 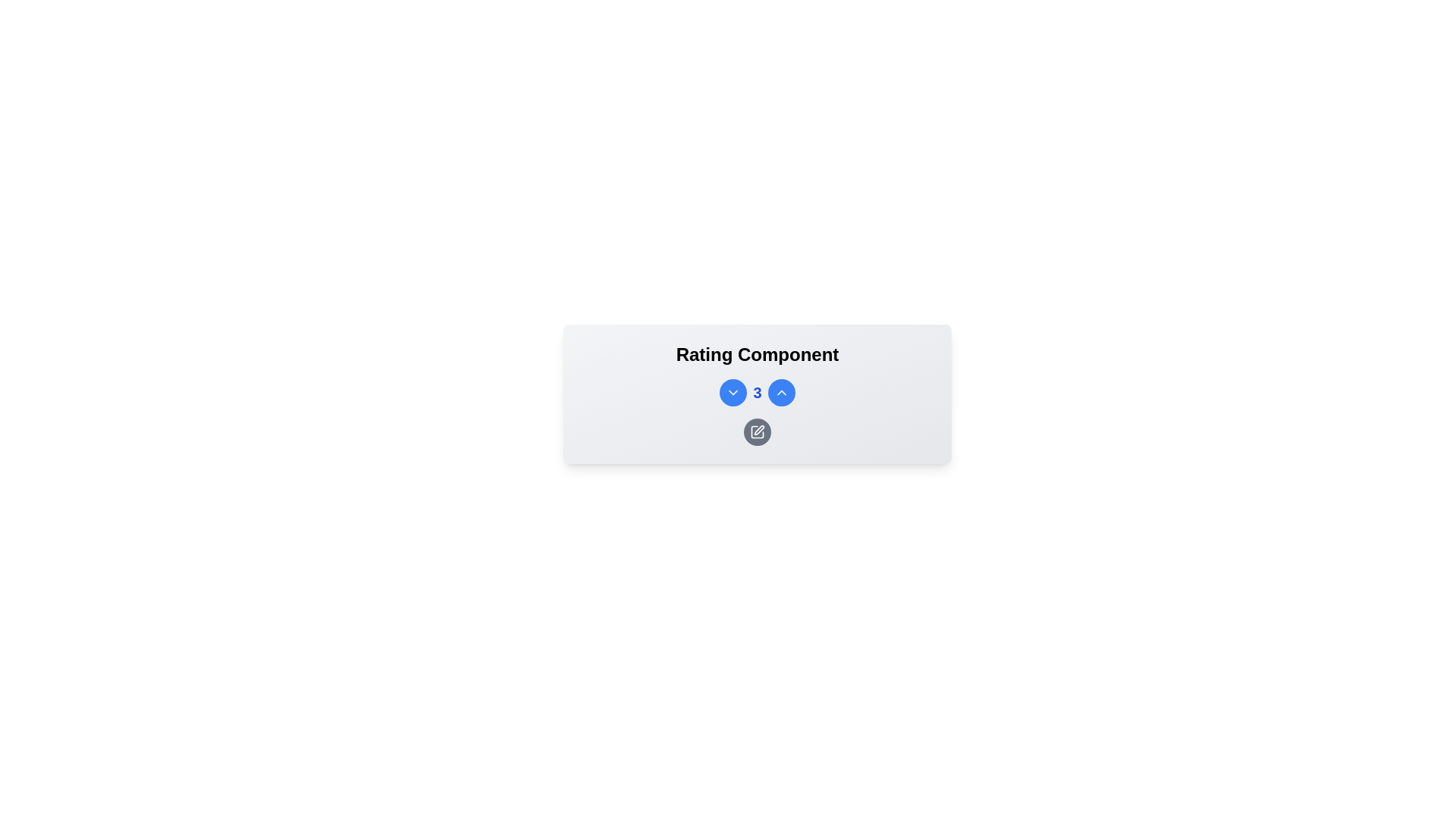 What do you see at coordinates (757, 432) in the screenshot?
I see `the 'edit' button located directly beneath the central number '3' in the rating component section for keyboard navigation` at bounding box center [757, 432].